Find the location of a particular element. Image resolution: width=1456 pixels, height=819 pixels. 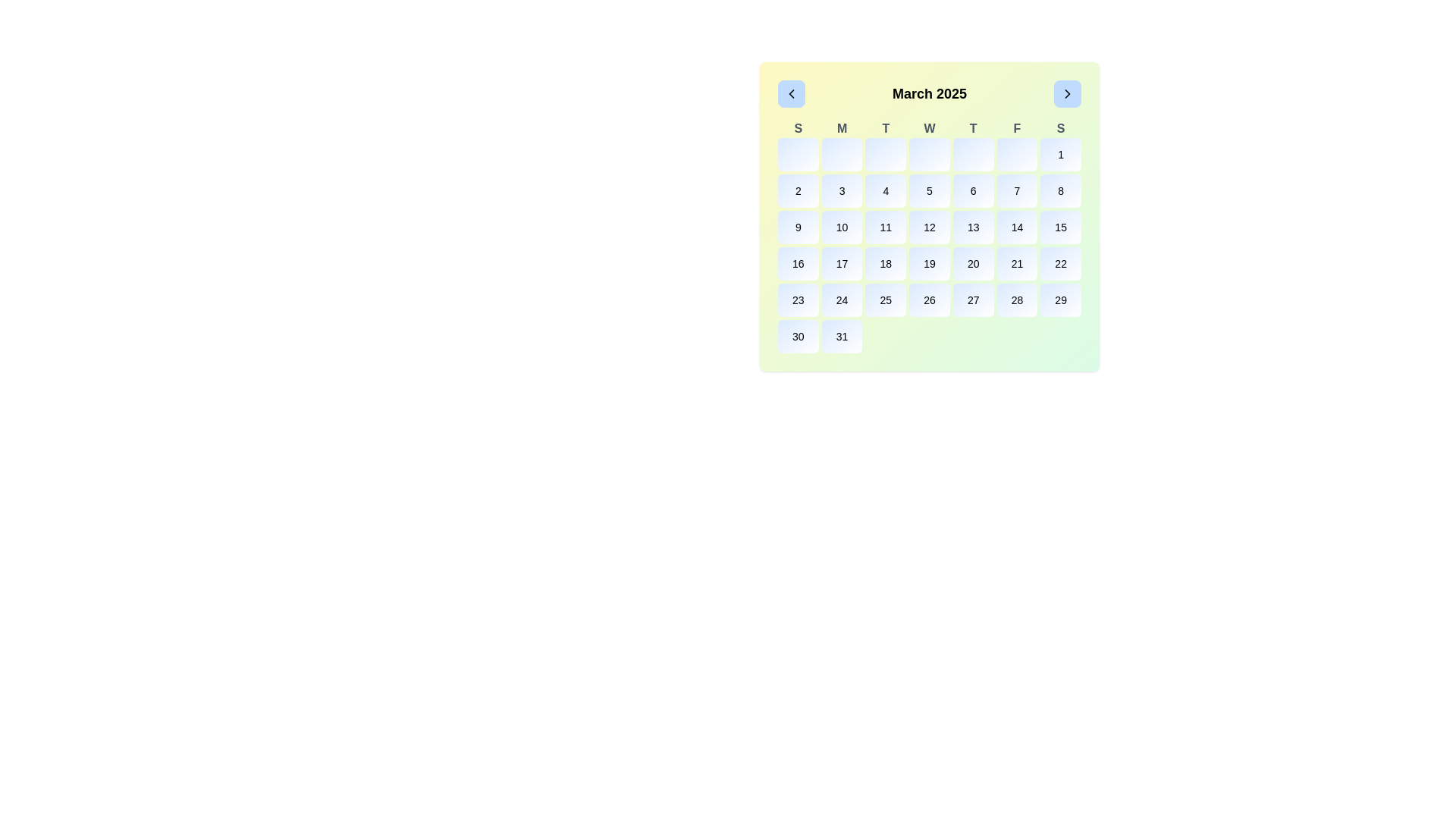

the button representing the selectable day '7' in the calendar interface, located on the second row, Friday column is located at coordinates (1017, 190).